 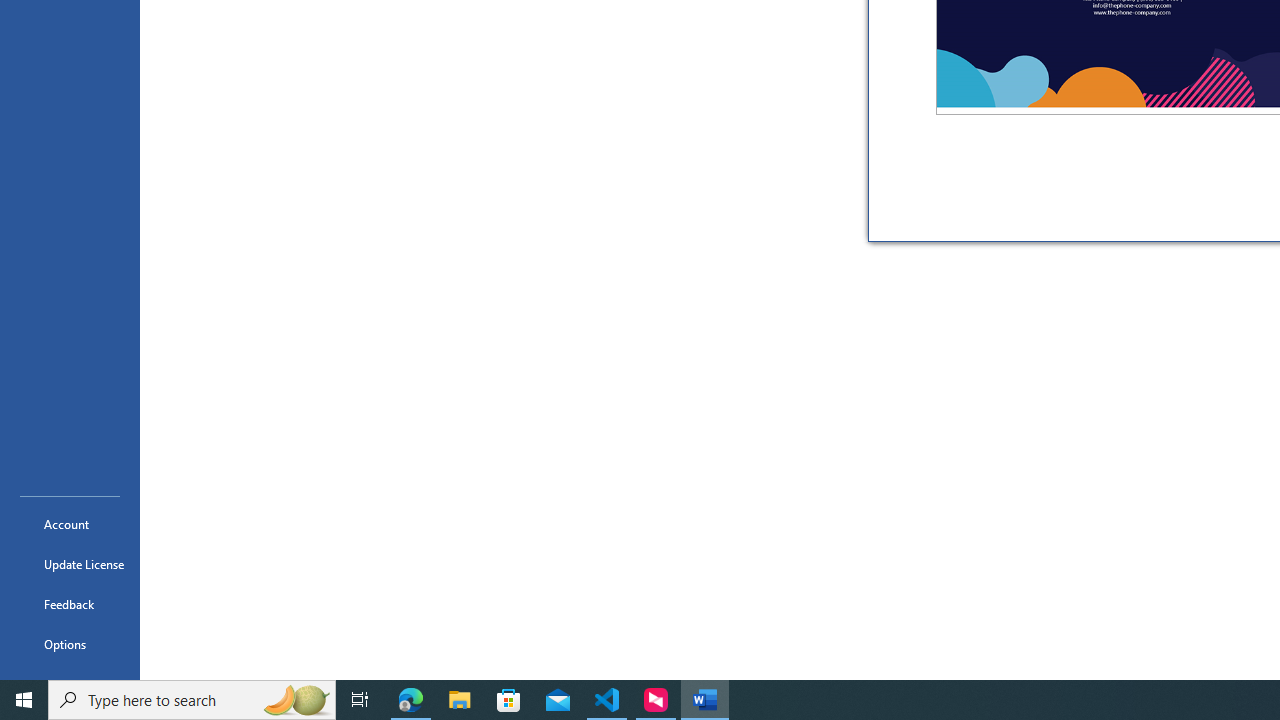 What do you see at coordinates (69, 564) in the screenshot?
I see `'Update License'` at bounding box center [69, 564].